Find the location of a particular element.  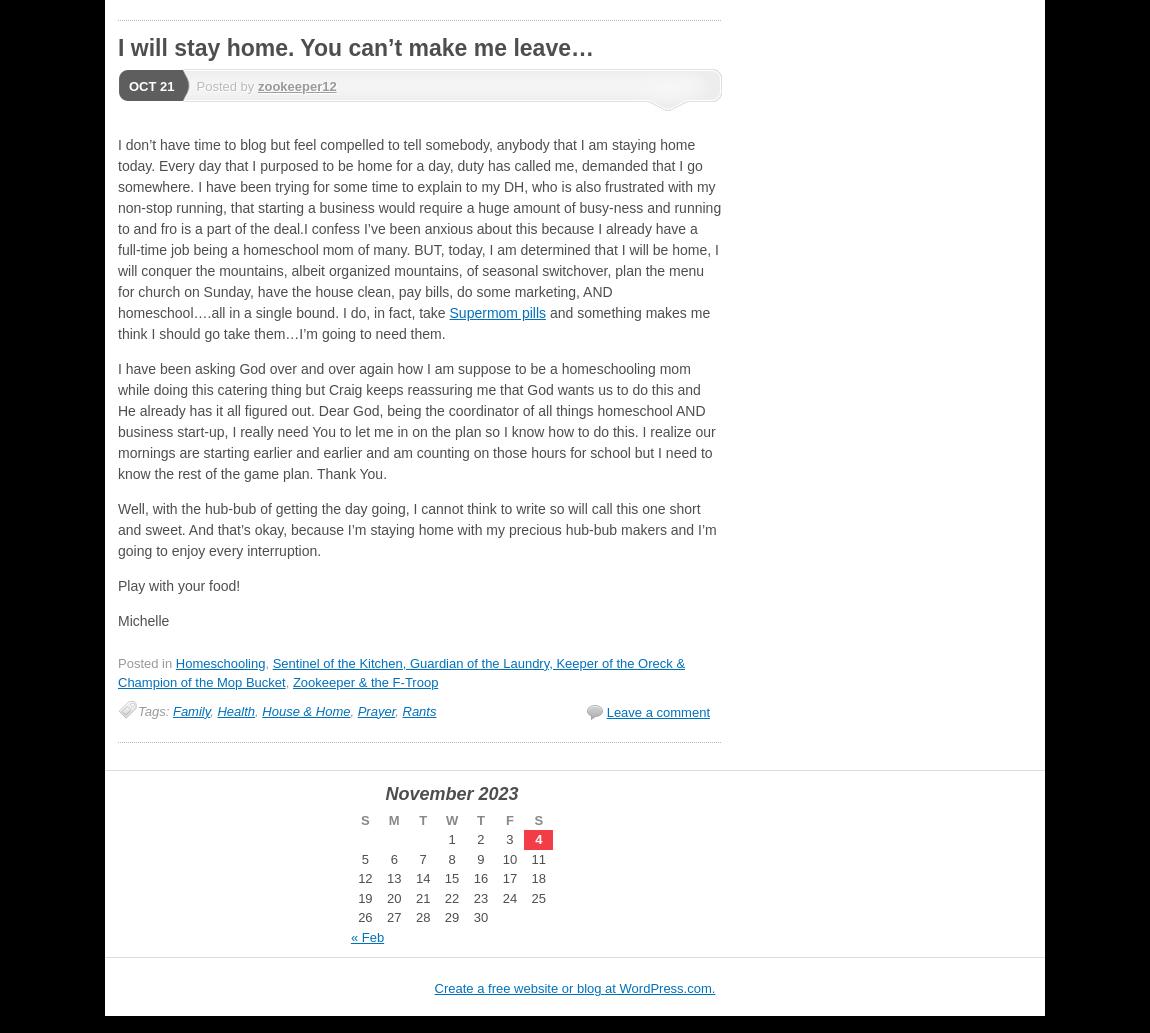

'Sentinel of the Kitchen, Guardian of the Laundry, Keeper of the Oreck & Champion of the Mop Bucket' is located at coordinates (401, 671).